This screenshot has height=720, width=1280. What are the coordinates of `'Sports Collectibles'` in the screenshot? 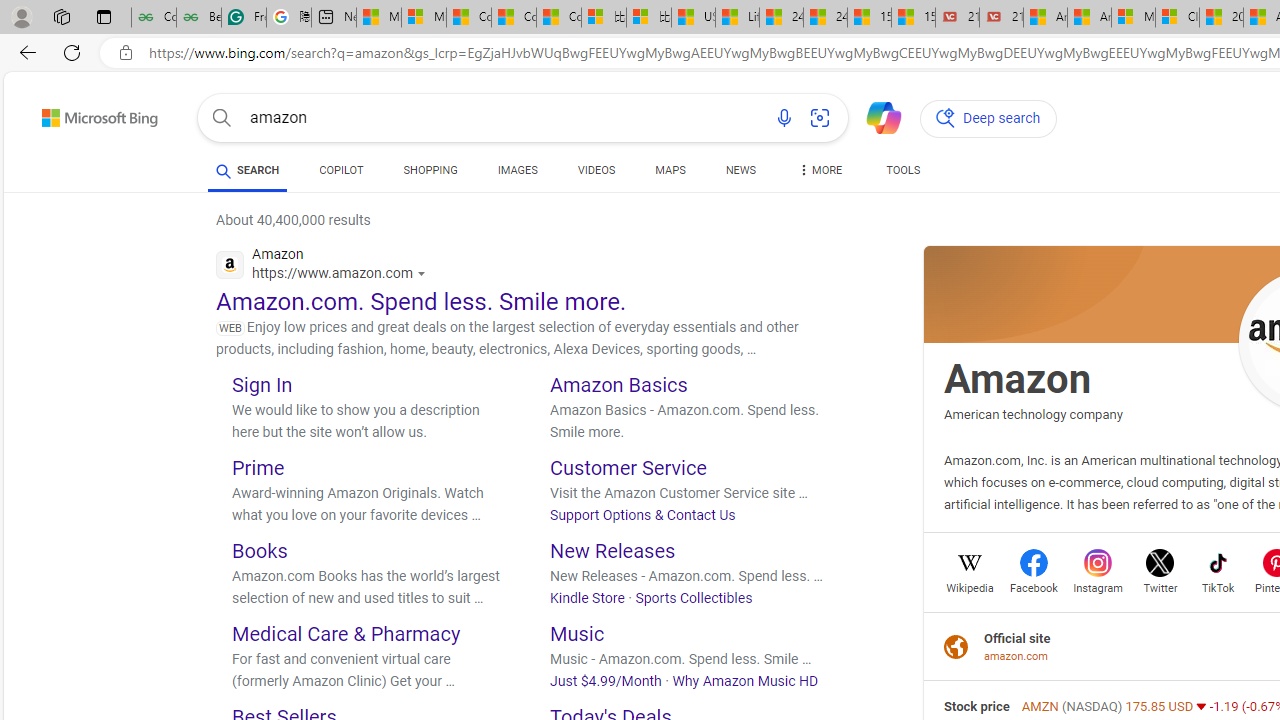 It's located at (693, 596).